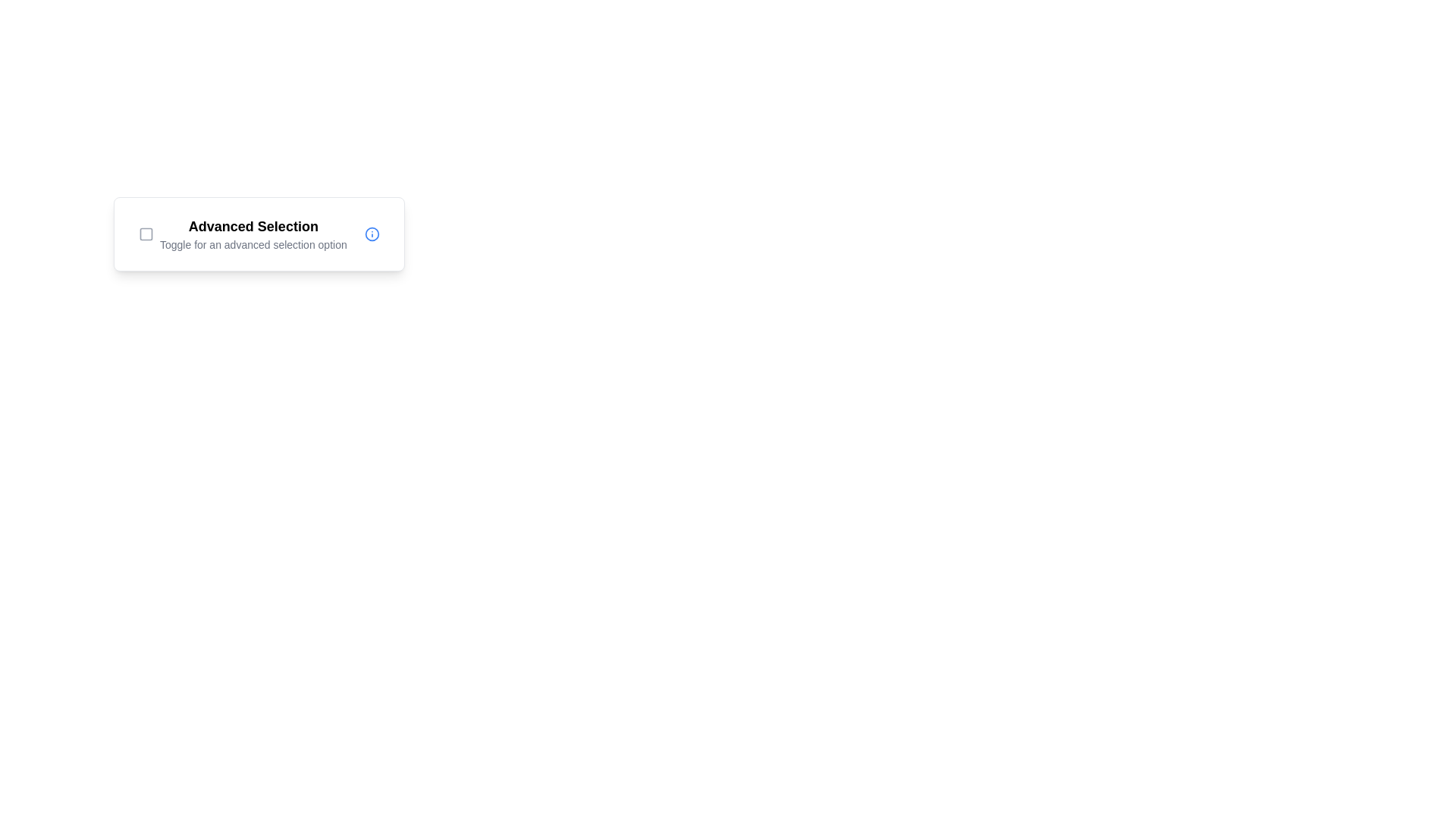 This screenshot has height=819, width=1456. What do you see at coordinates (372, 234) in the screenshot?
I see `the blue circular Informational icon with an 'i' symbol, located at the far-right of the 'Advanced Selection' section` at bounding box center [372, 234].